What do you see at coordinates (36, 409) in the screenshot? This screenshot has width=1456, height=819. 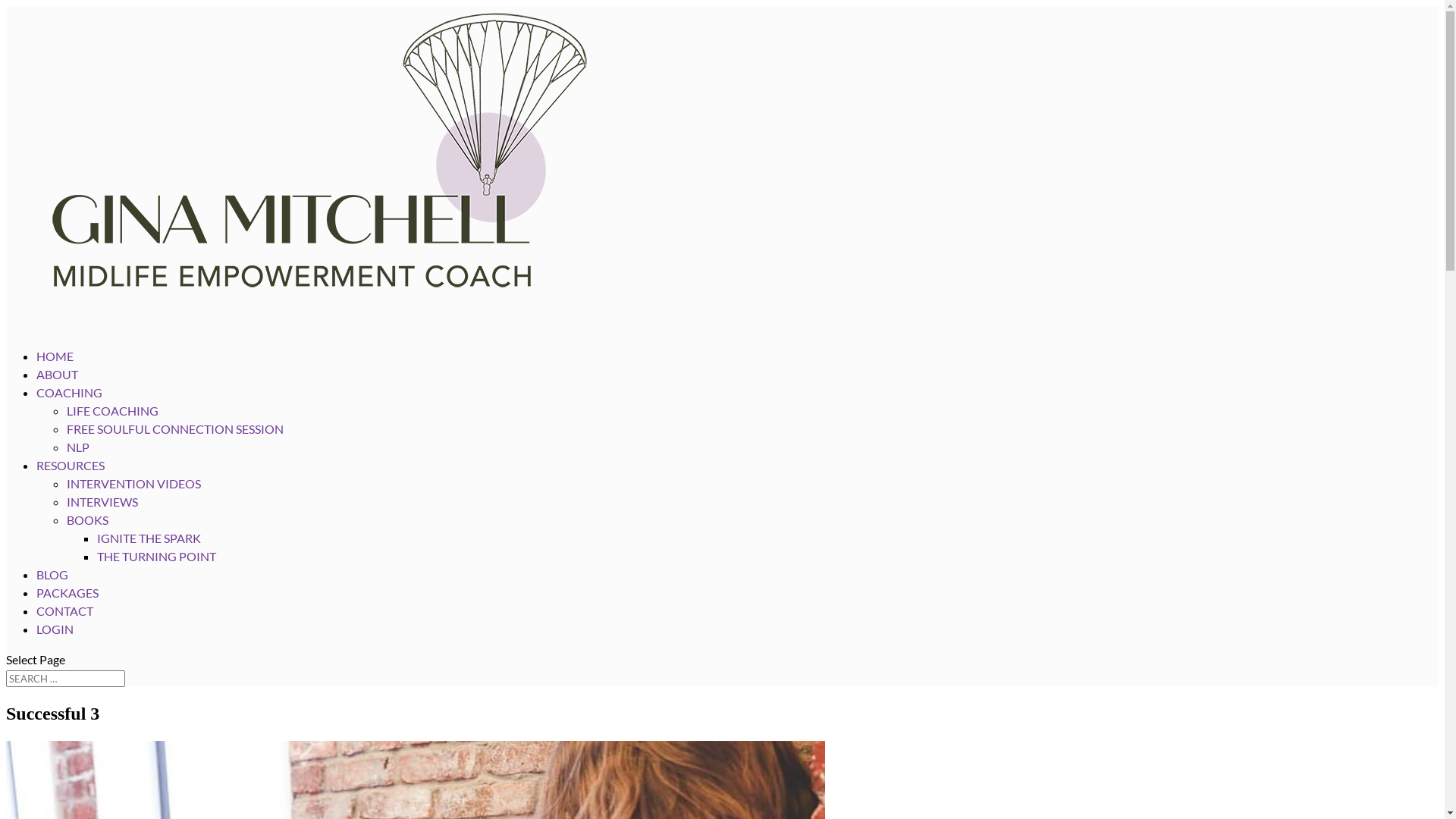 I see `'COACHING'` at bounding box center [36, 409].